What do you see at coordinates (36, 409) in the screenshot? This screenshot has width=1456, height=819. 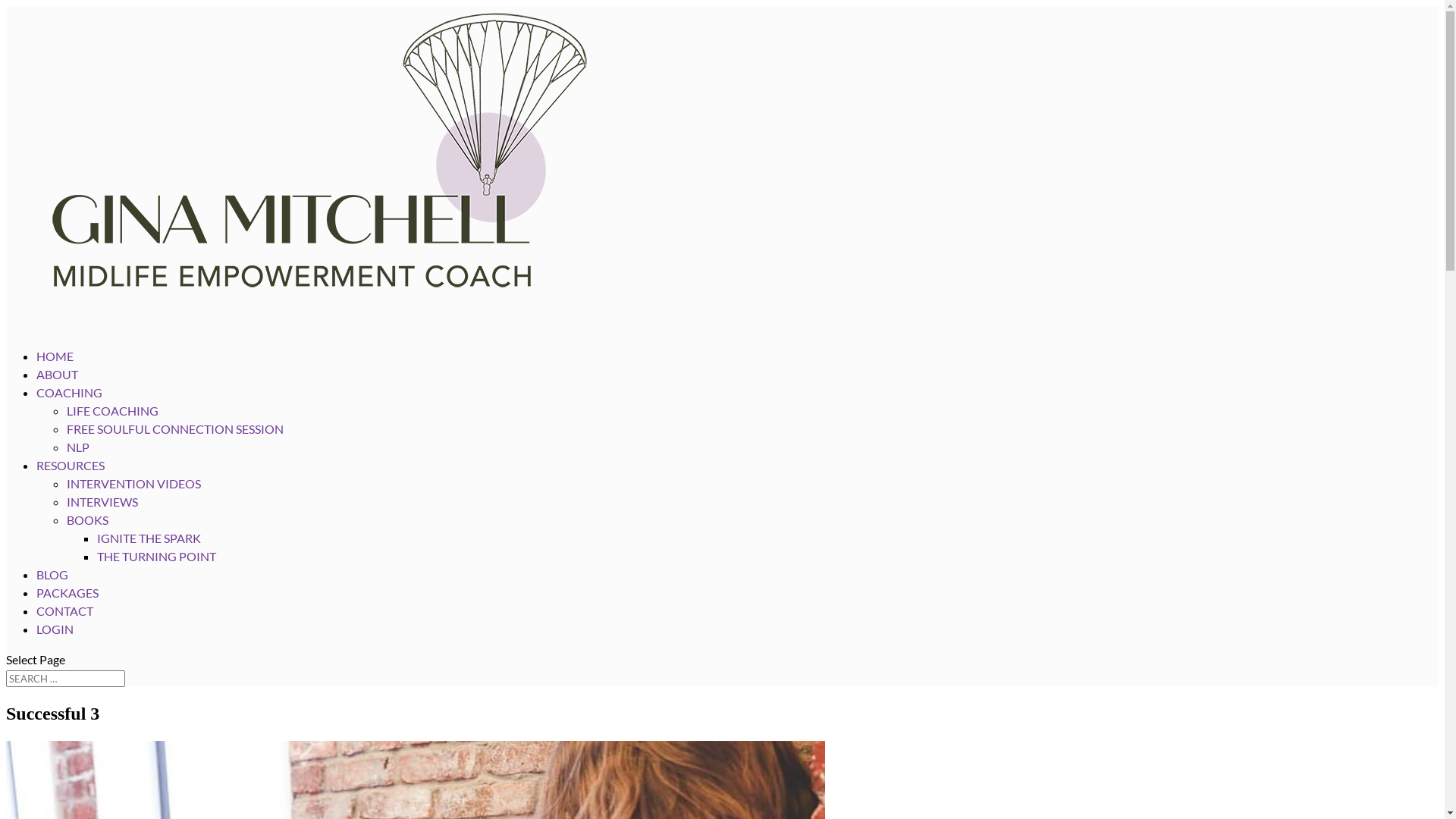 I see `'COACHING'` at bounding box center [36, 409].